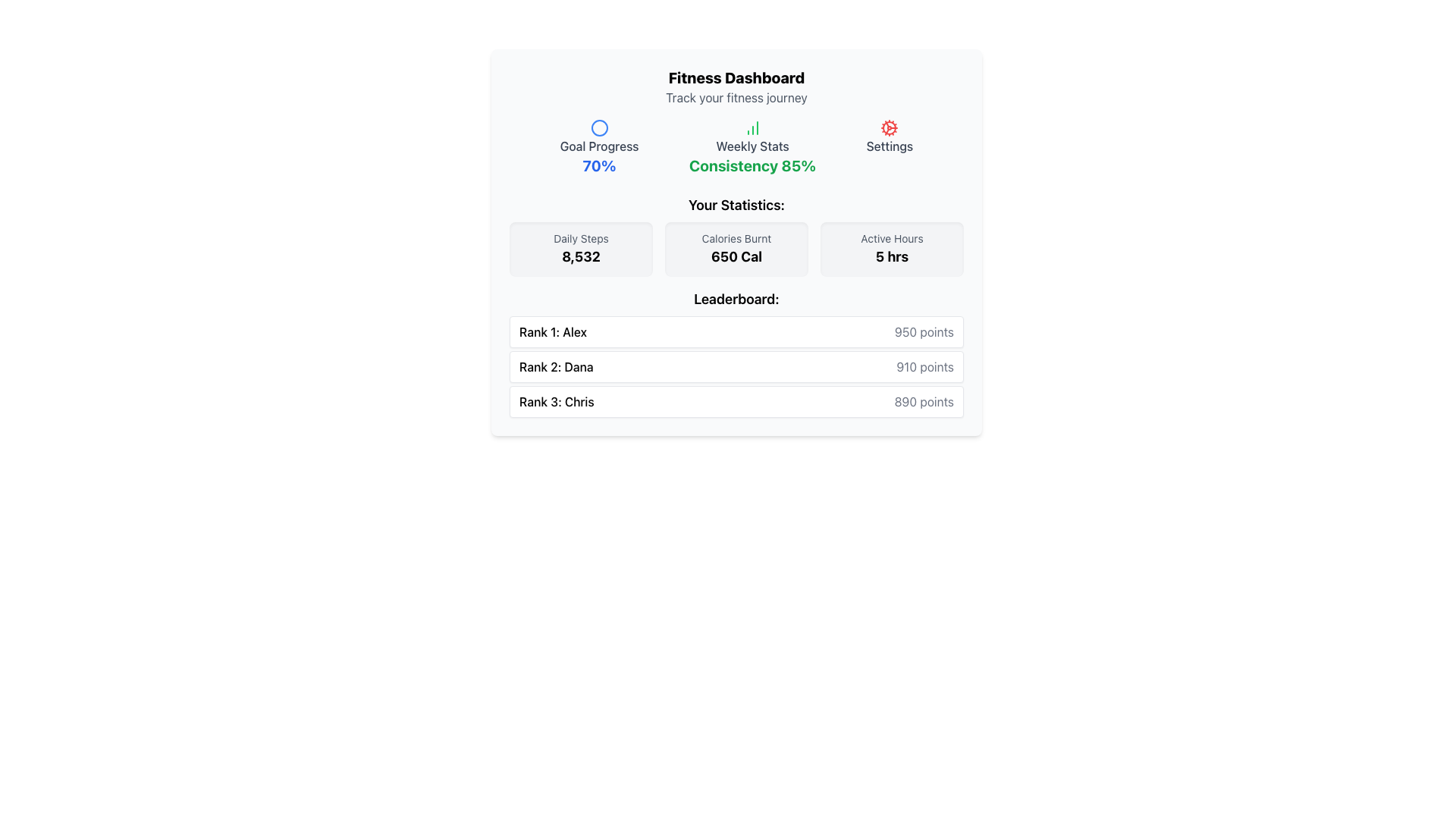 This screenshot has height=819, width=1456. What do you see at coordinates (736, 256) in the screenshot?
I see `numeric value and unit of calories burnt displayed in the text element located under the 'Calories Burnt' section` at bounding box center [736, 256].